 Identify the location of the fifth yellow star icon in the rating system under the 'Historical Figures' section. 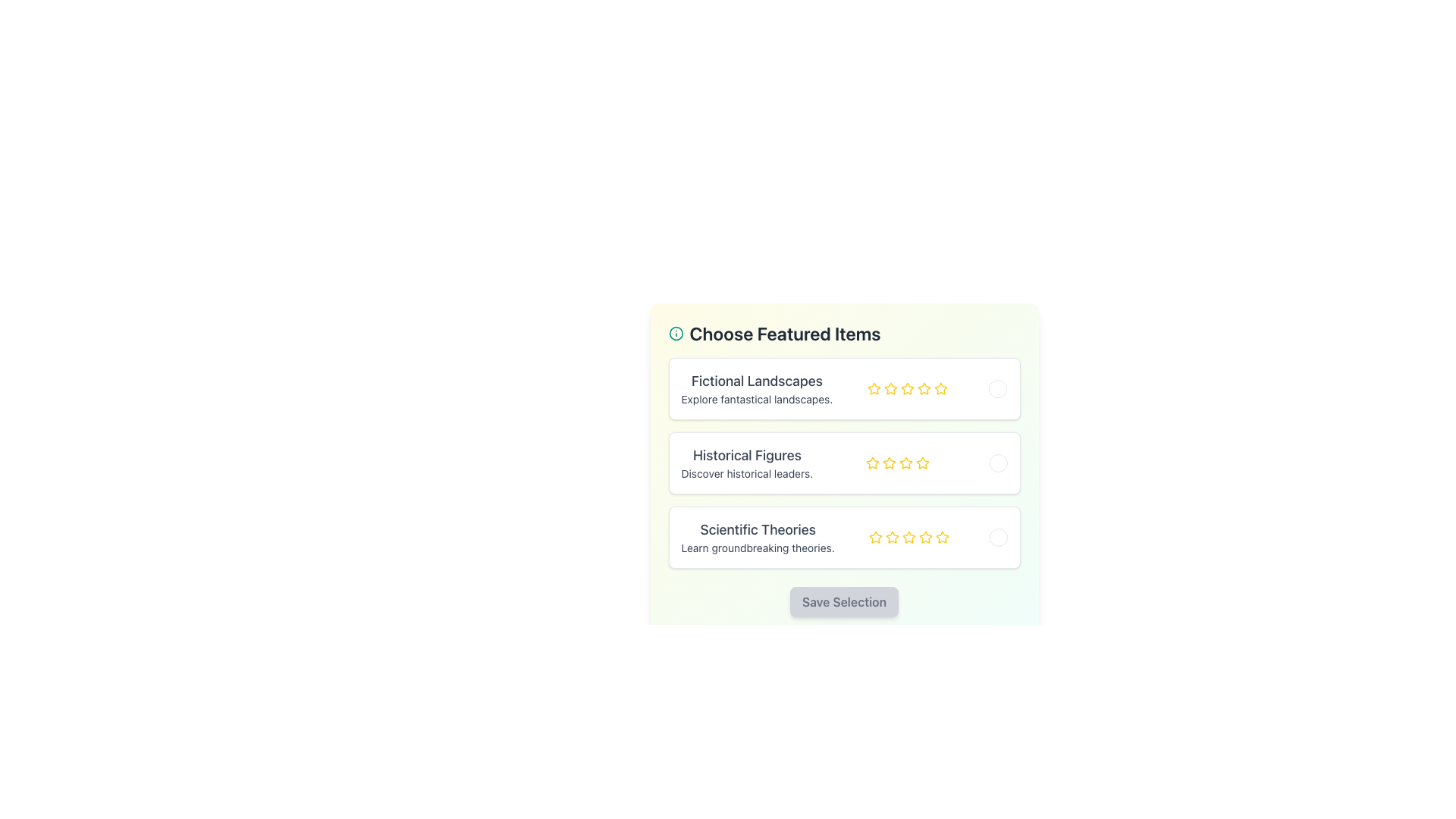
(922, 462).